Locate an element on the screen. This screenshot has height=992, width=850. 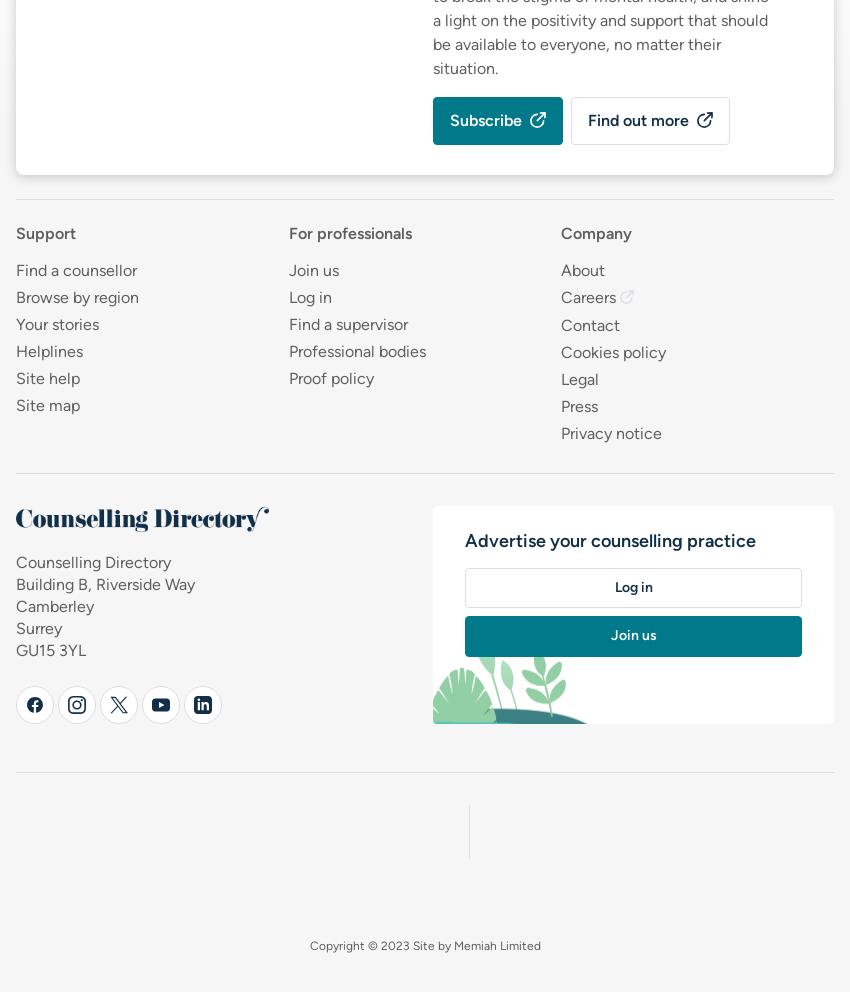
'Professional bodies' is located at coordinates (355, 349).